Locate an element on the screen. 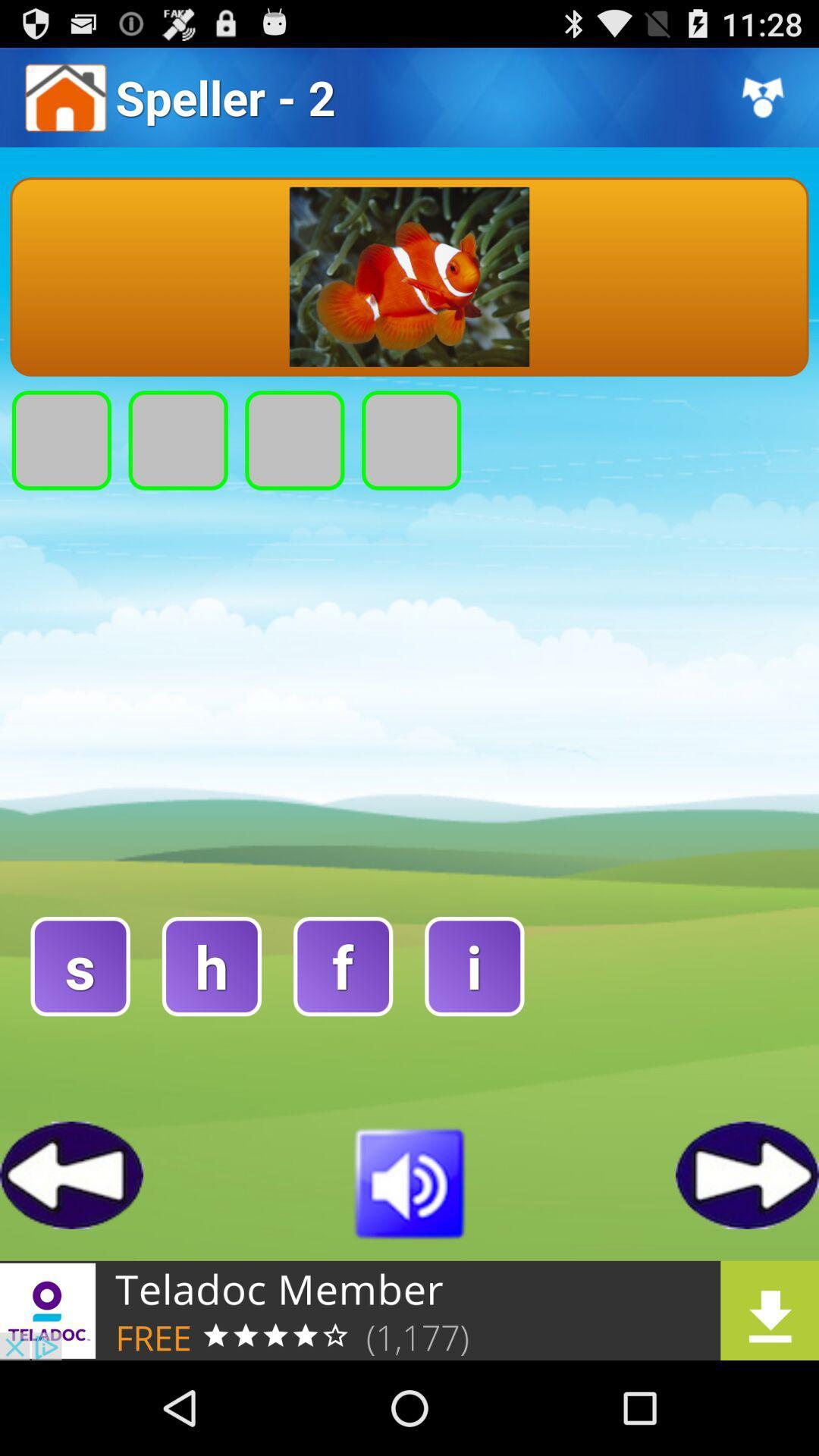 The image size is (819, 1456). next page is located at coordinates (746, 1174).